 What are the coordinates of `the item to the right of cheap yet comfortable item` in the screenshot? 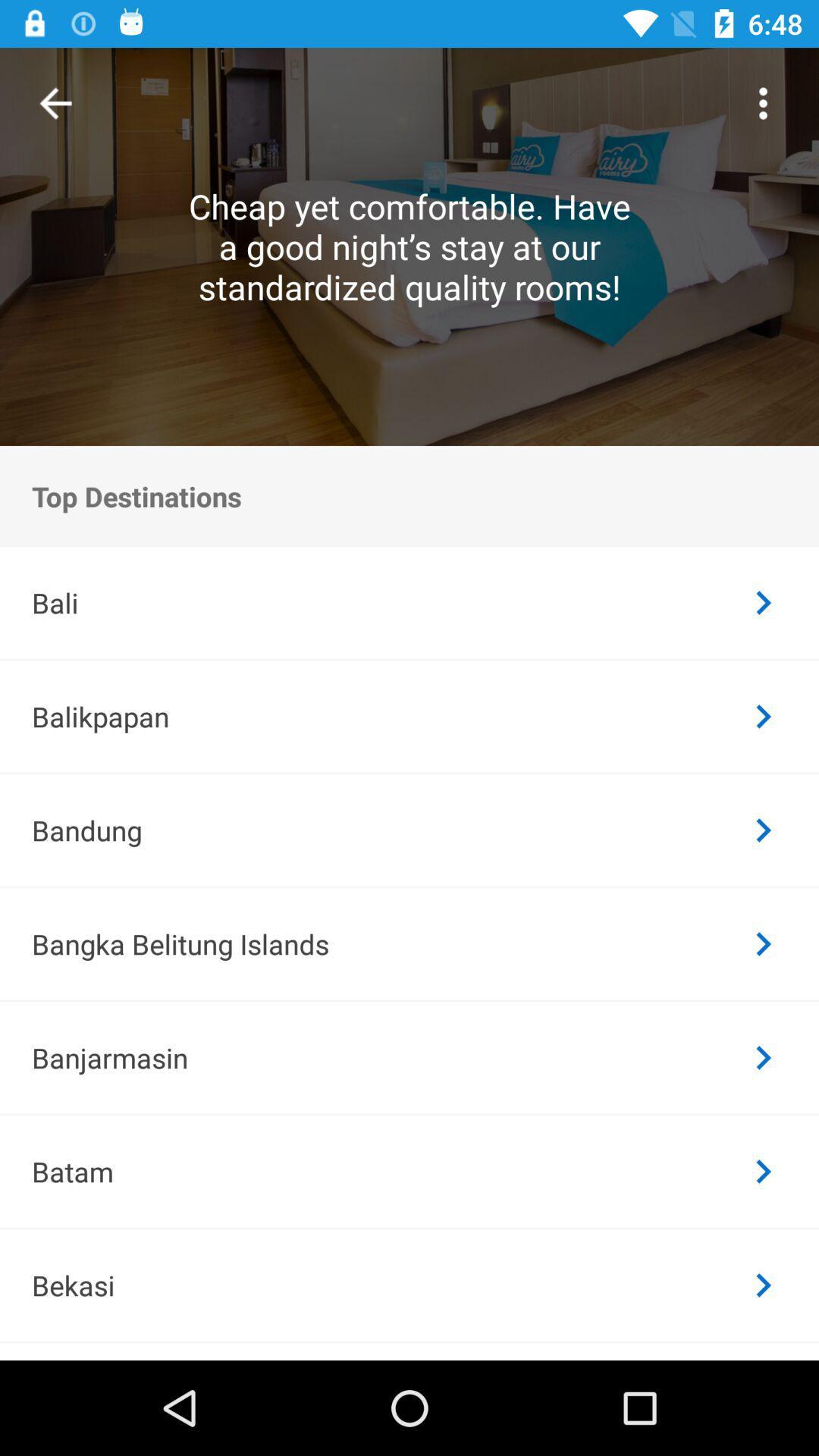 It's located at (763, 102).